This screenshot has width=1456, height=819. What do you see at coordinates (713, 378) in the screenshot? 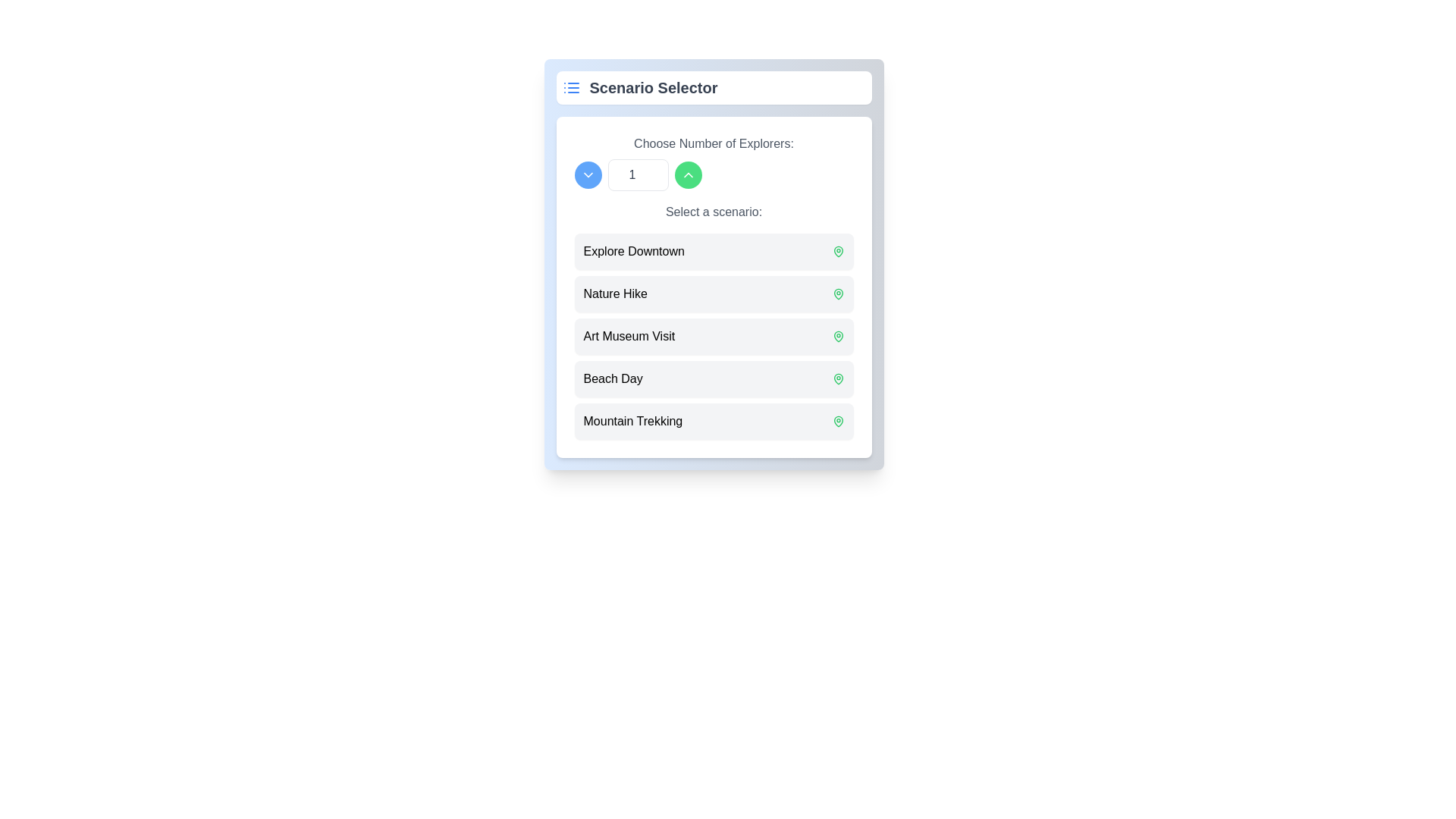
I see `the selectable card labeled 'Beach Day' which is the fourth item in the list, positioned between 'Art Museum Visit' and 'Mountain Trekking'` at bounding box center [713, 378].